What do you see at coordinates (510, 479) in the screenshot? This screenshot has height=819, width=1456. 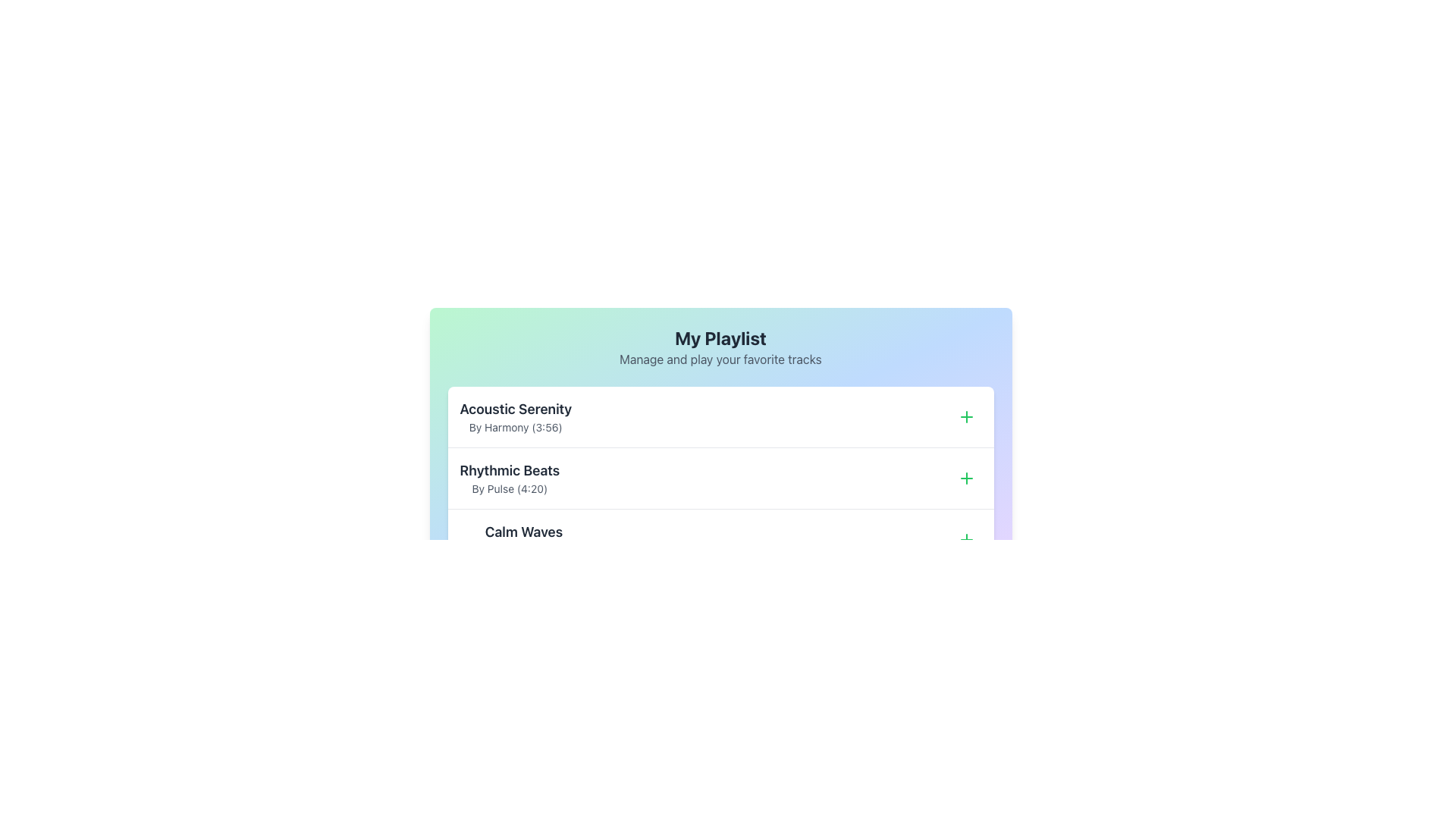 I see `the Text Display Component that shows information about a specific audio track in the playlist, positioned between 'Acoustic Serenity' and 'Calm Waves'` at bounding box center [510, 479].